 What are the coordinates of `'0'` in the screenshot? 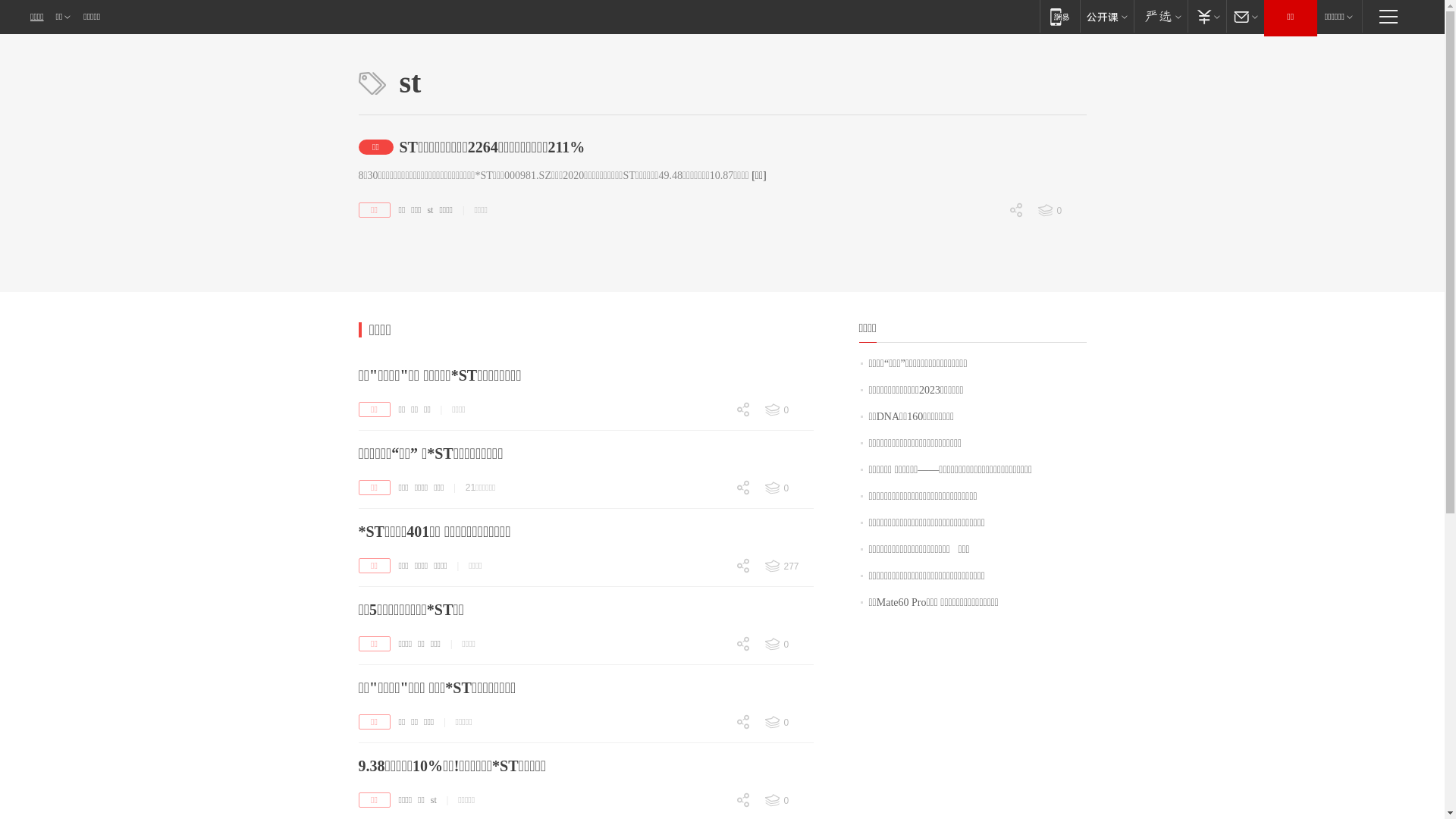 It's located at (712, 436).